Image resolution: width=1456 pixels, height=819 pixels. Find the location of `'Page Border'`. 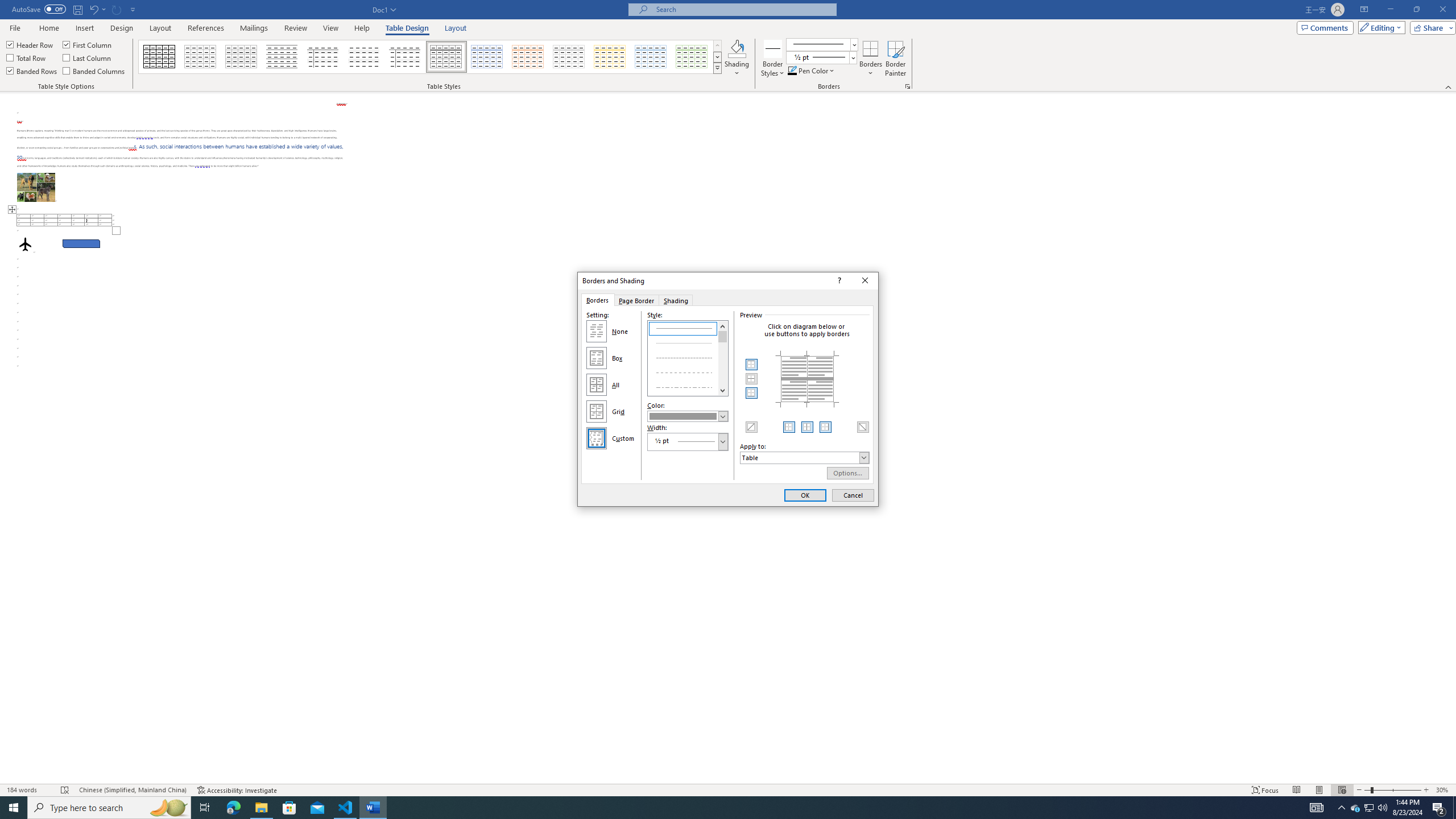

'Page Border' is located at coordinates (635, 299).